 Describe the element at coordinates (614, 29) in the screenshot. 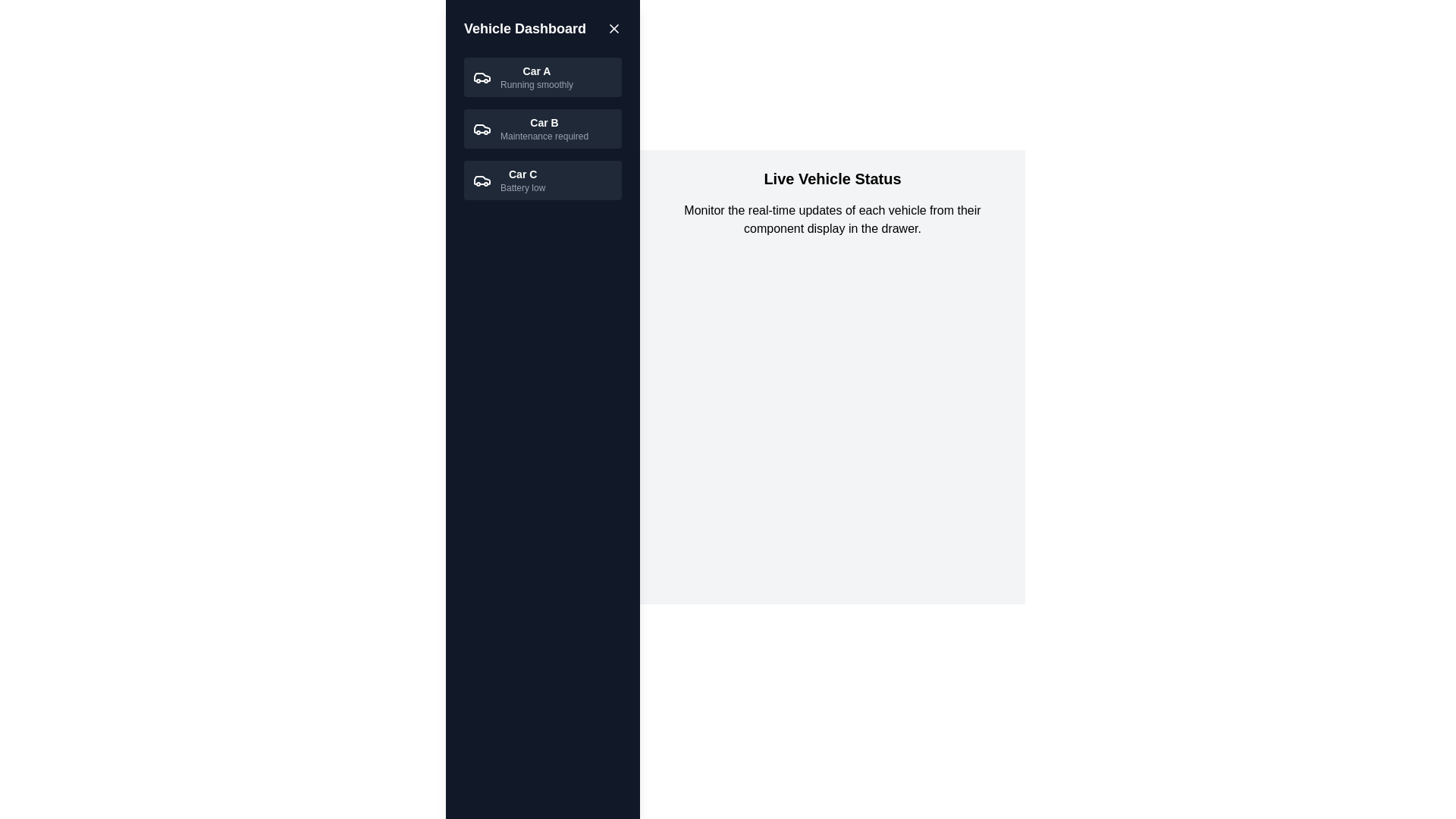

I see `toggle button in the header to change the drawer visibility` at that location.